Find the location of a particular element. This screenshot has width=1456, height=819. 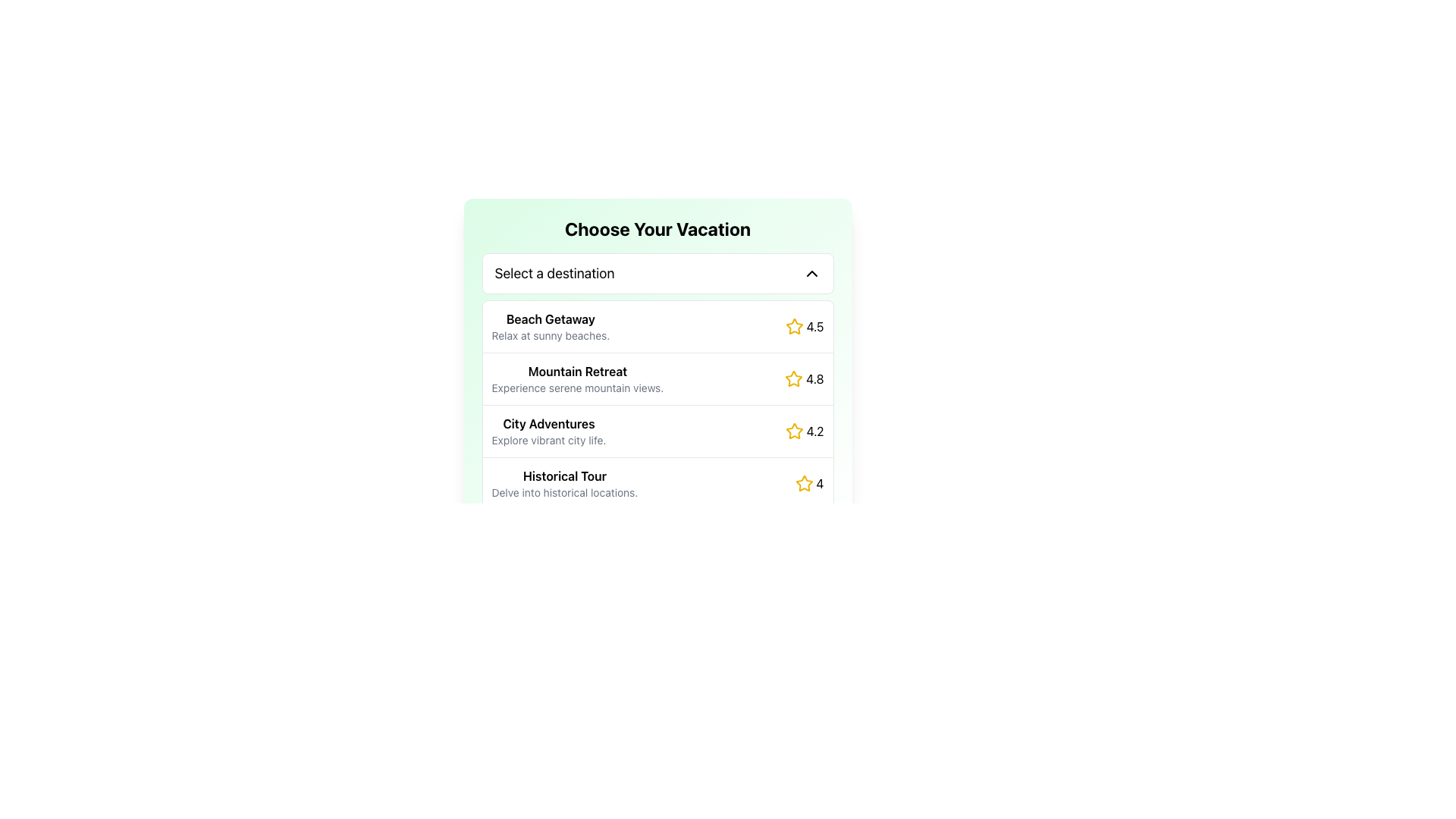

the bold title text of the third list item under the header 'Choose Your Vacation', which describes the item associated with 'Explore vibrant city life' is located at coordinates (548, 424).